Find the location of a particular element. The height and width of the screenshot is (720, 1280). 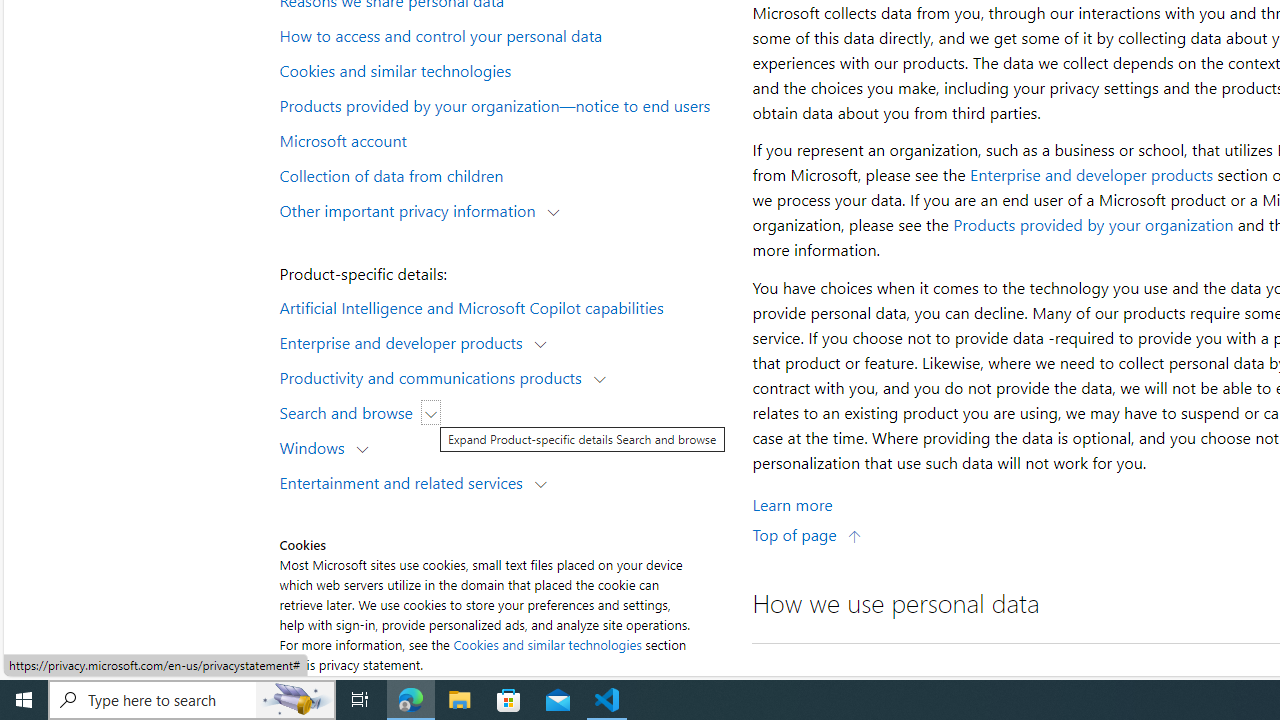

'Learn More about Personal data we collect' is located at coordinates (791, 503).